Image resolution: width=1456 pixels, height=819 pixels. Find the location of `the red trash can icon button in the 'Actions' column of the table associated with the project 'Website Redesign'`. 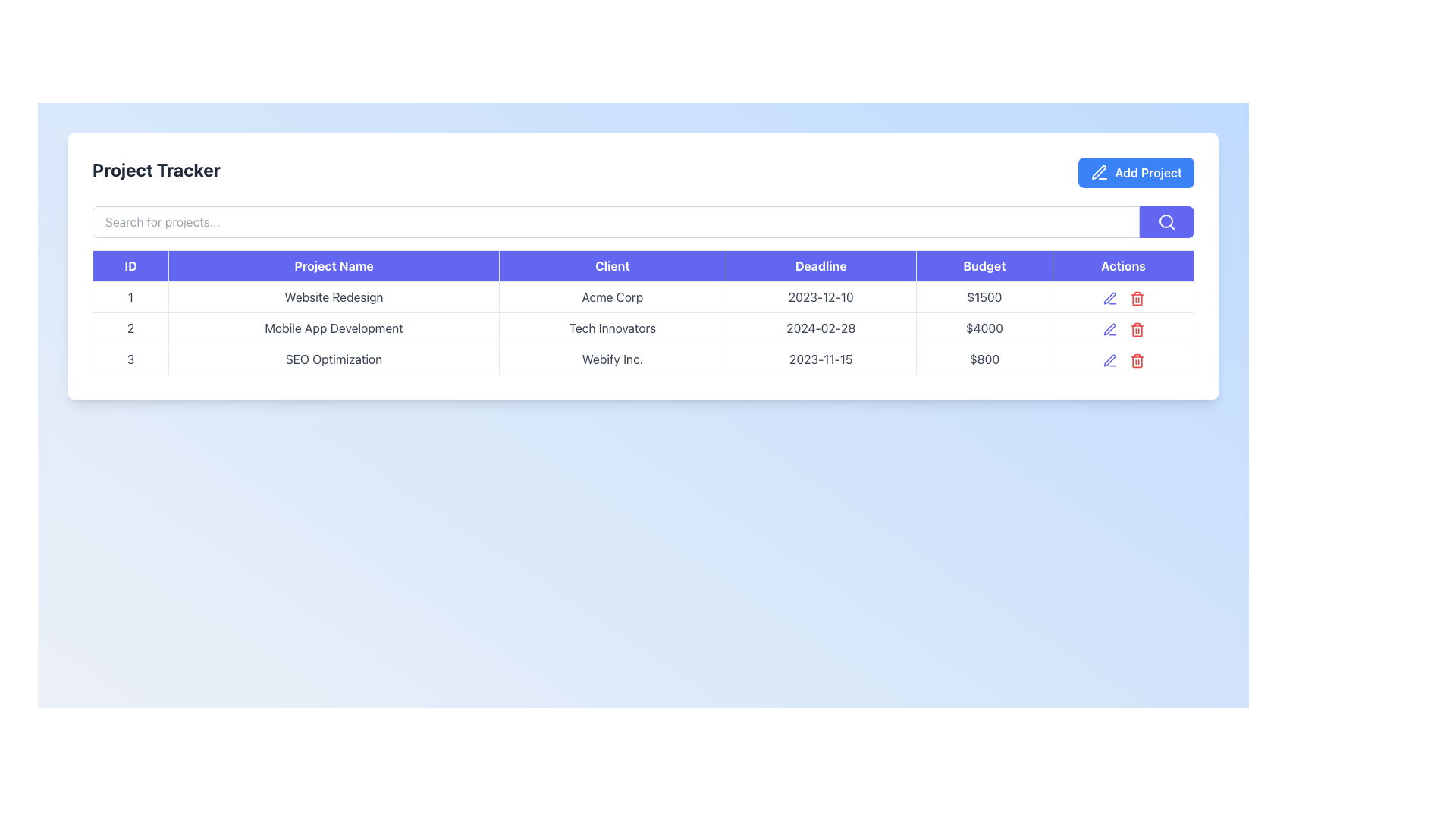

the red trash can icon button in the 'Actions' column of the table associated with the project 'Website Redesign' is located at coordinates (1137, 297).